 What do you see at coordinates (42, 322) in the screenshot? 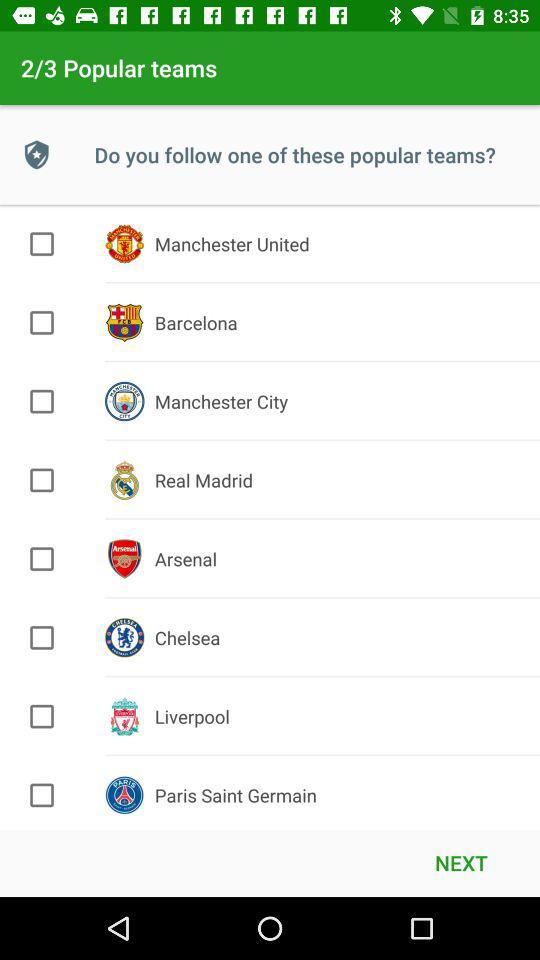
I see `the column for the barcelona page` at bounding box center [42, 322].